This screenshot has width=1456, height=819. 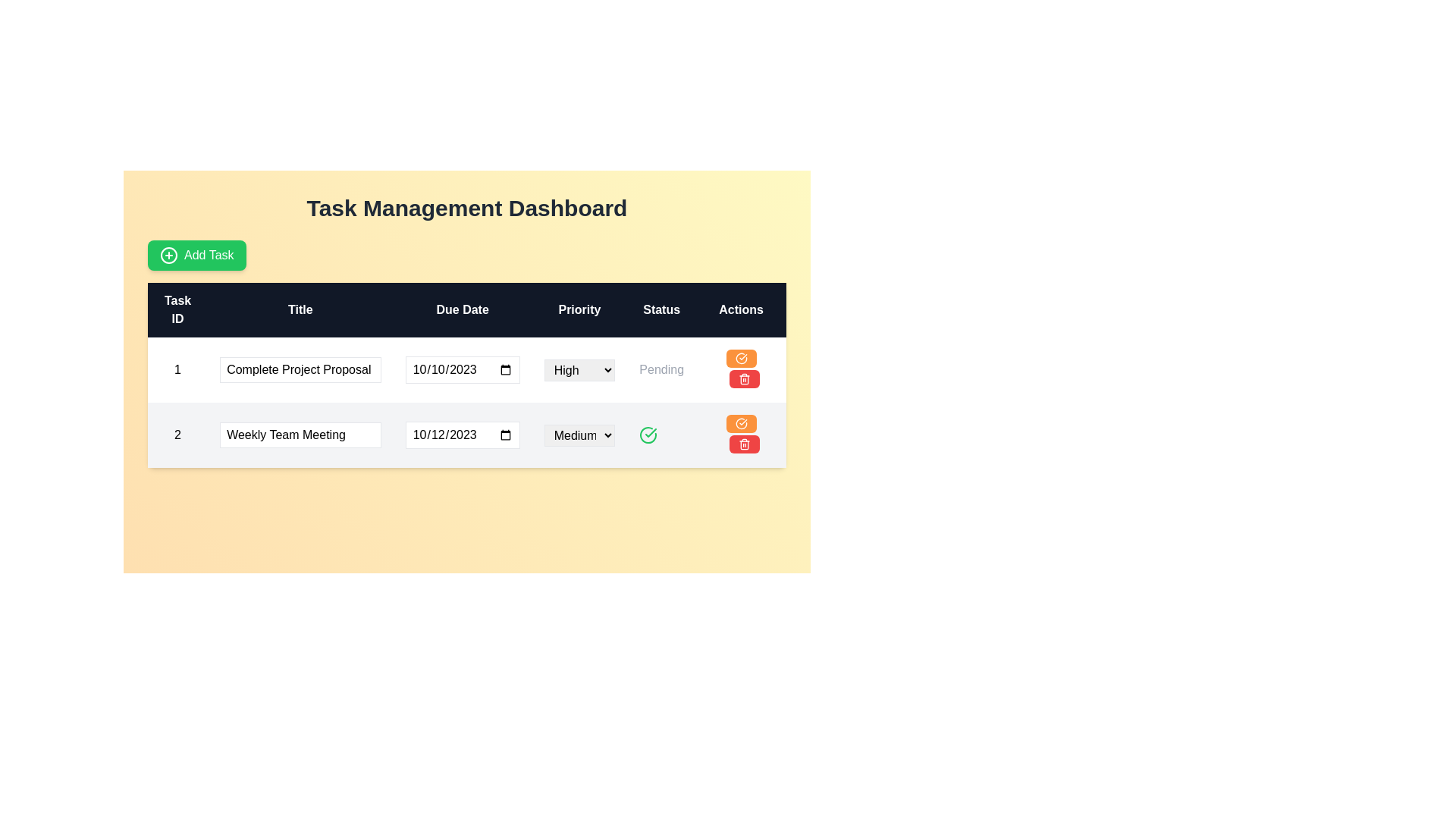 What do you see at coordinates (177, 309) in the screenshot?
I see `label of the 'Task ID' column header, which is the first header in the table located at the top-left of the table structure` at bounding box center [177, 309].